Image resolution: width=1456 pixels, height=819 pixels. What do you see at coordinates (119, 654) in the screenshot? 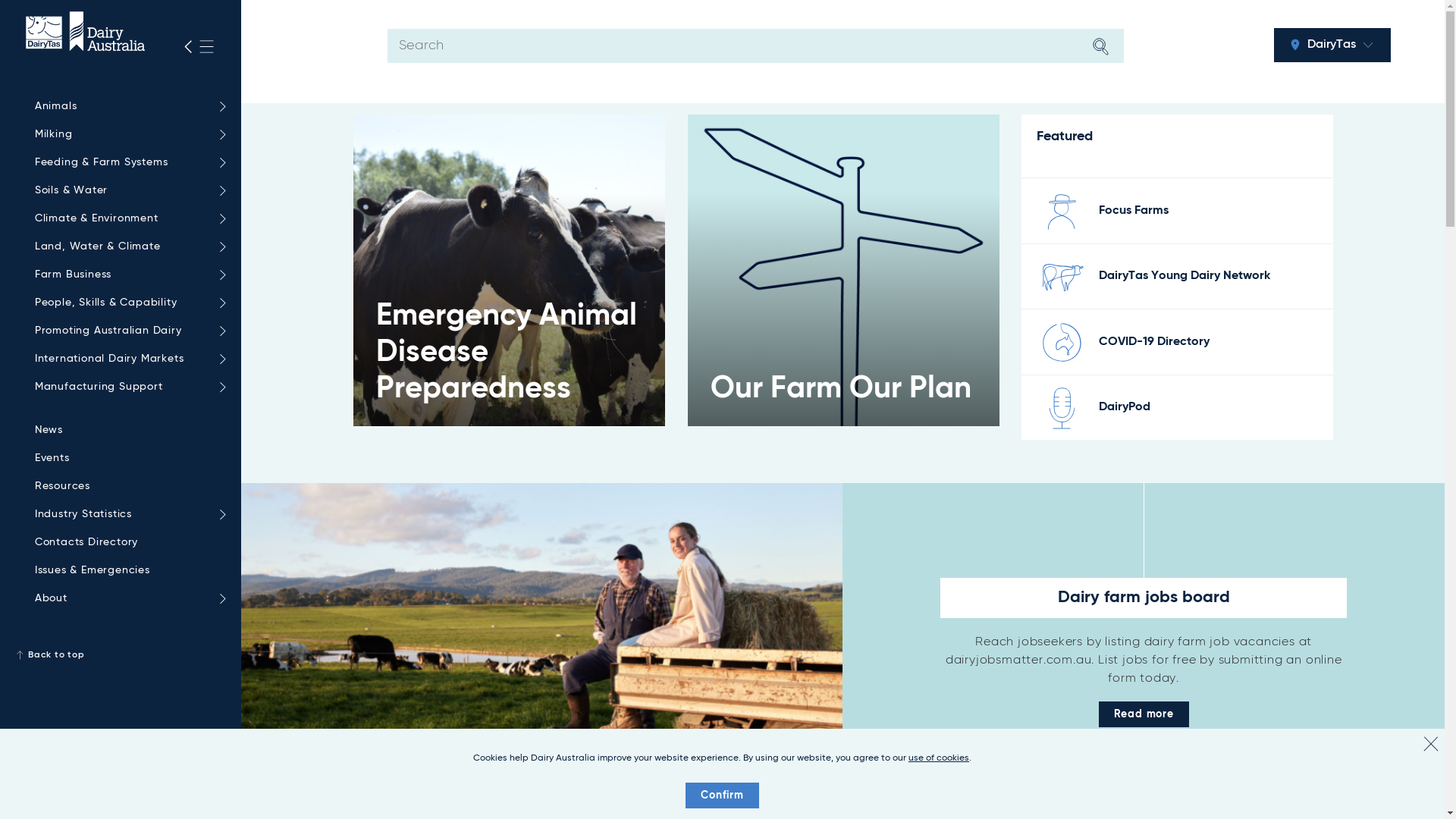
I see `'Back to top'` at bounding box center [119, 654].